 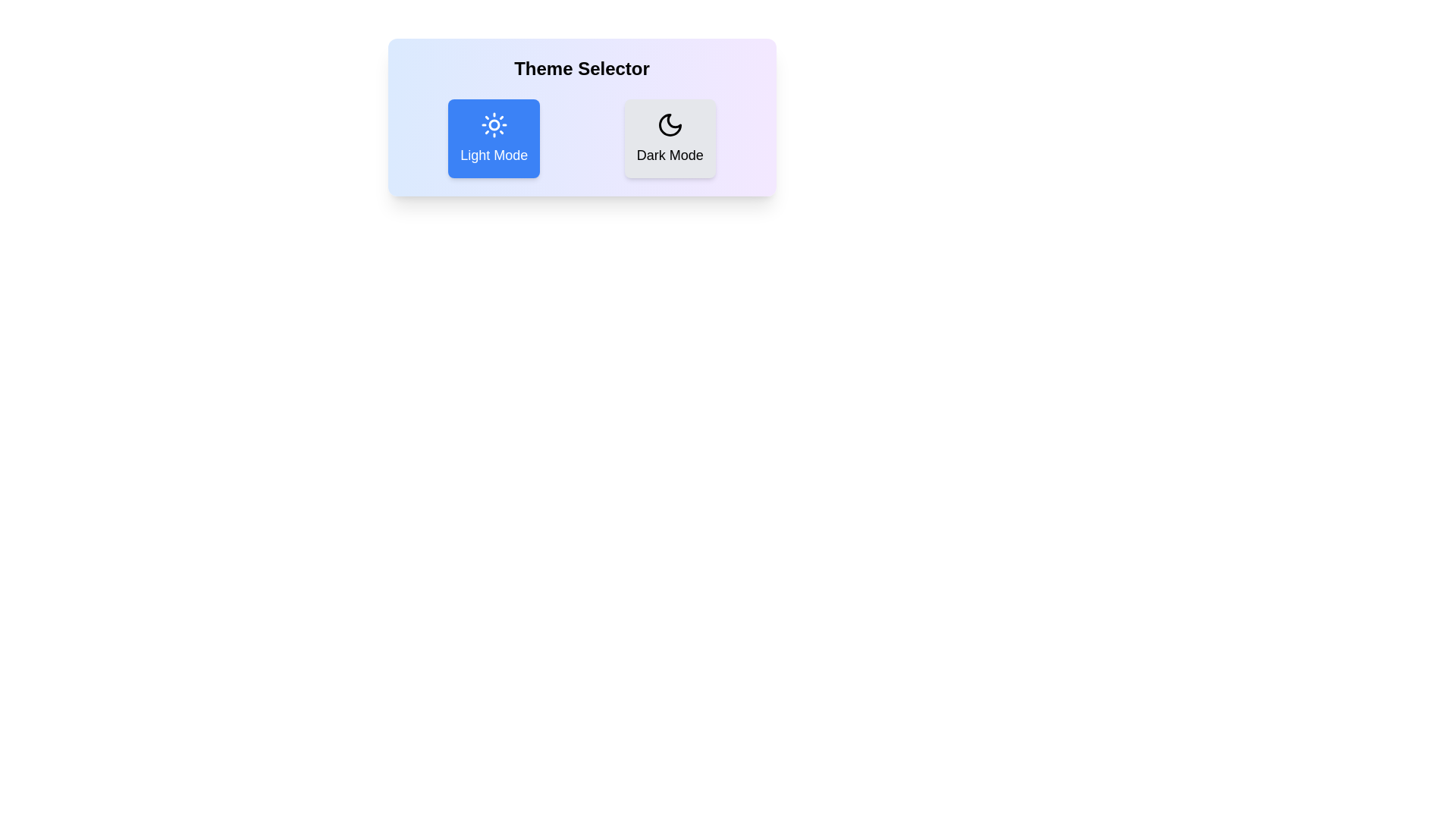 What do you see at coordinates (669, 138) in the screenshot?
I see `the 'Dark Mode' option to activate the Dark theme` at bounding box center [669, 138].